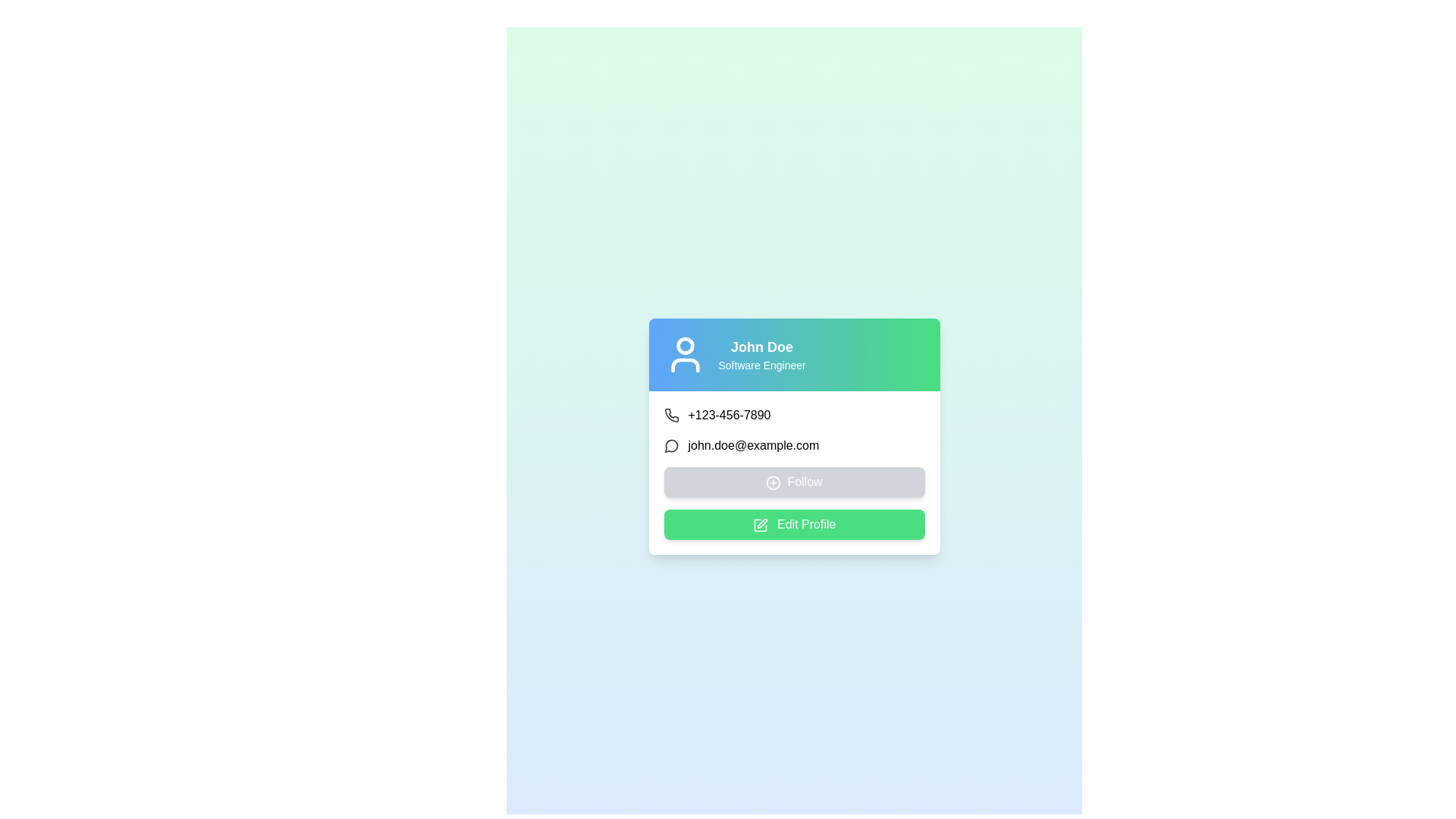 The image size is (1456, 819). I want to click on the 'Follow' button with a light gray background and rounded corners, which is located below the email address and above the 'Edit Profile' button to possibly access a tooltip or further action, so click(793, 472).